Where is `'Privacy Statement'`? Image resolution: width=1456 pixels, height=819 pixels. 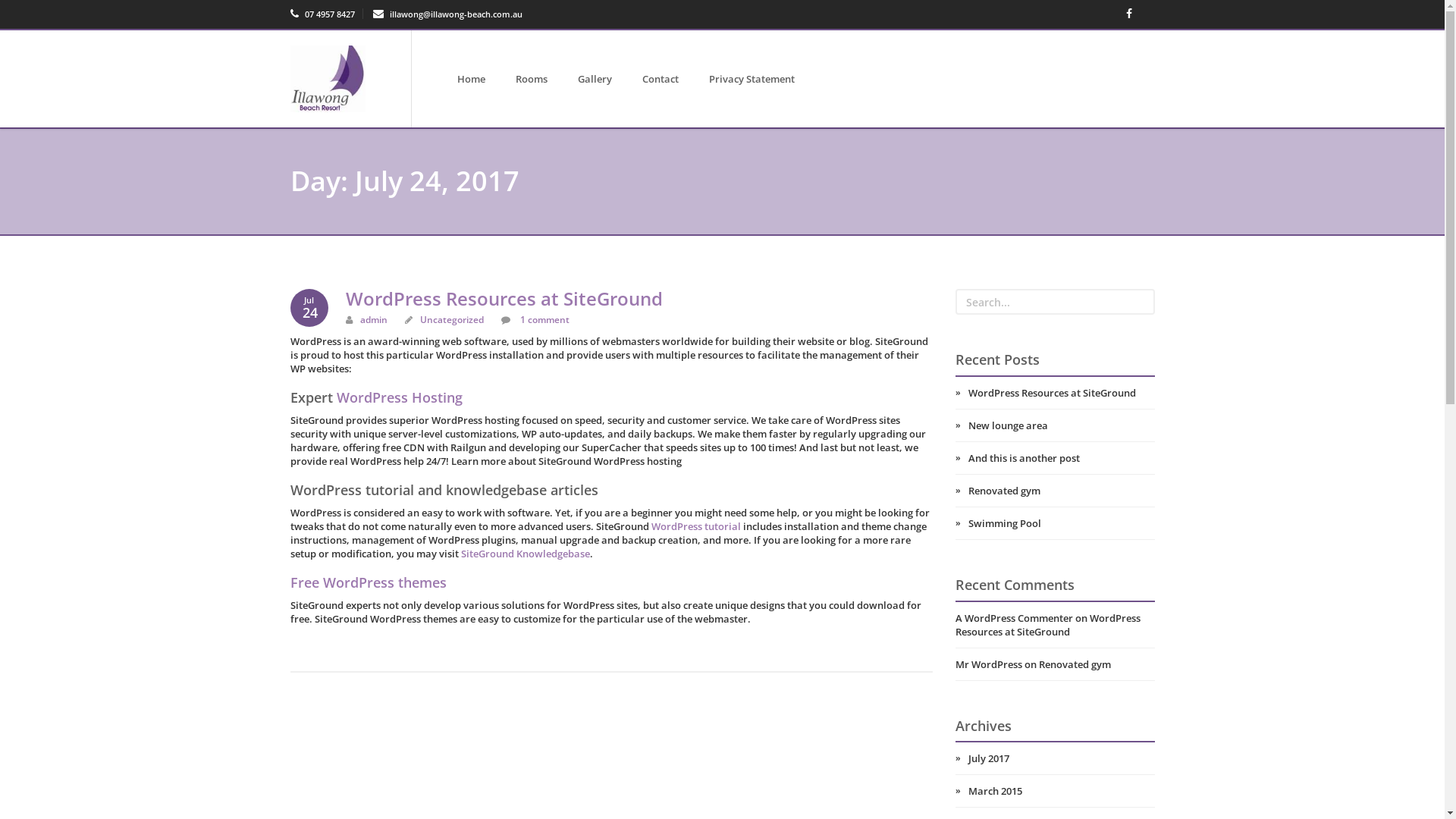 'Privacy Statement' is located at coordinates (752, 79).